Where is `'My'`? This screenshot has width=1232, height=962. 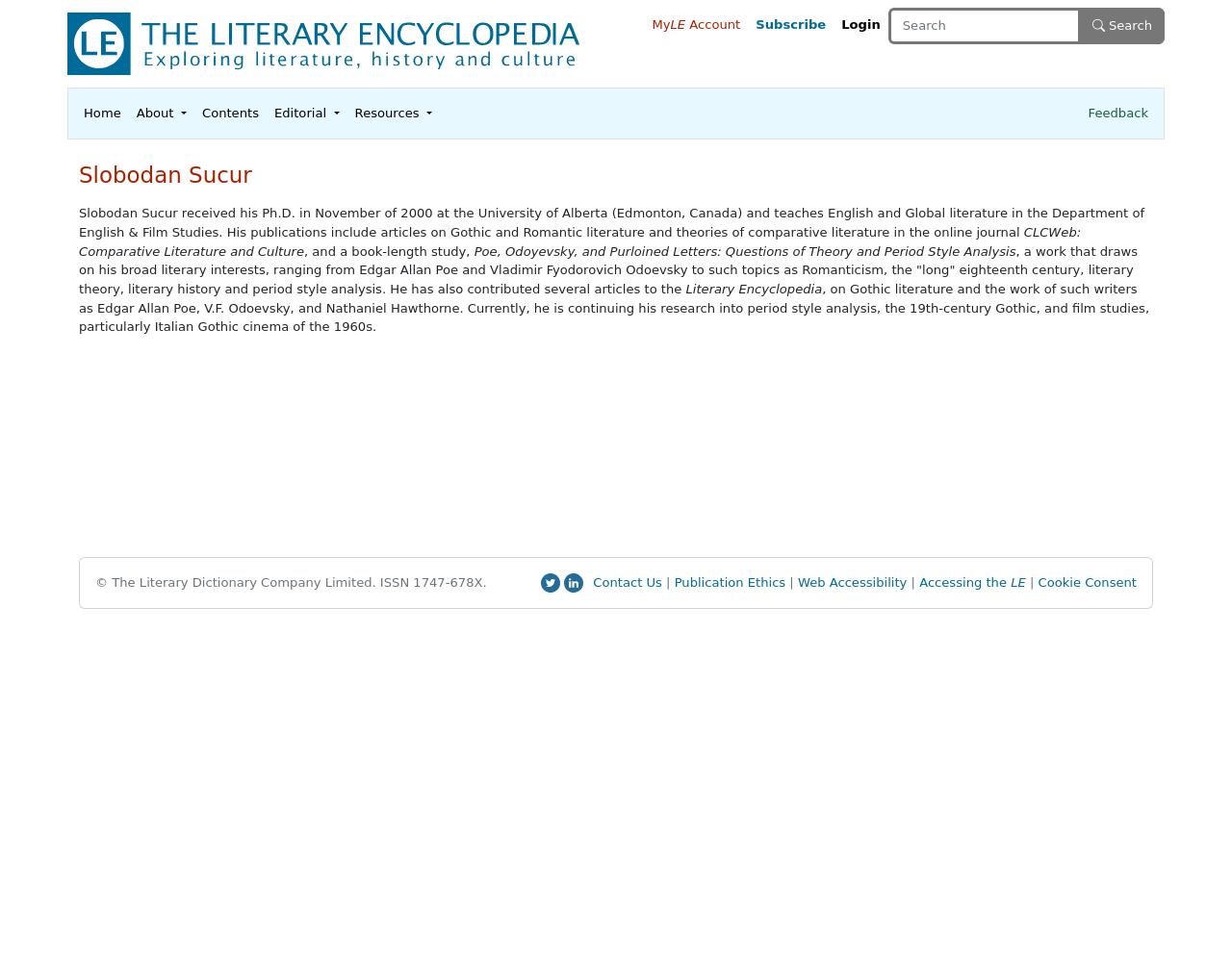
'My' is located at coordinates (660, 24).